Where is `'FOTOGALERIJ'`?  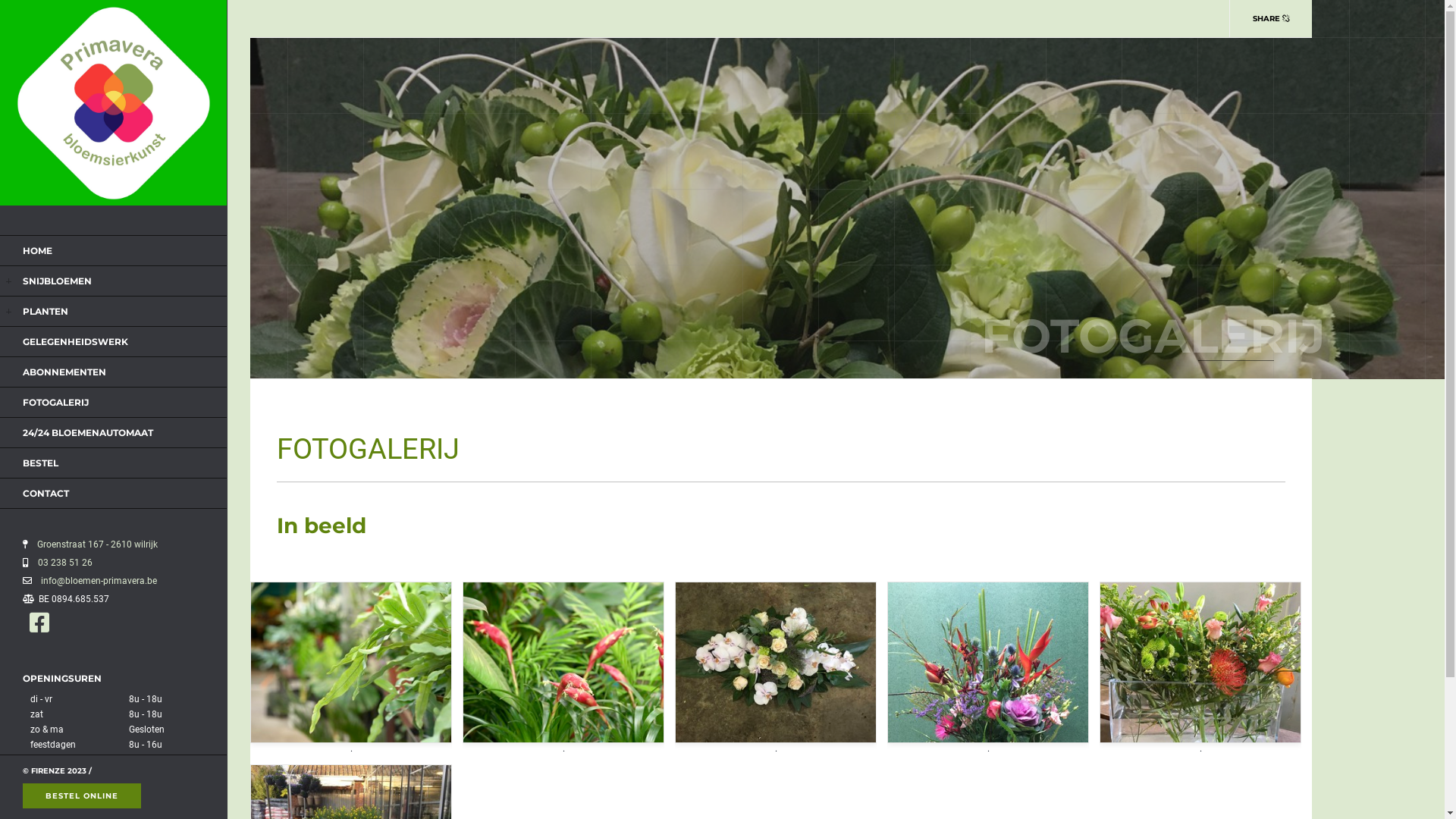 'FOTOGALERIJ' is located at coordinates (55, 401).